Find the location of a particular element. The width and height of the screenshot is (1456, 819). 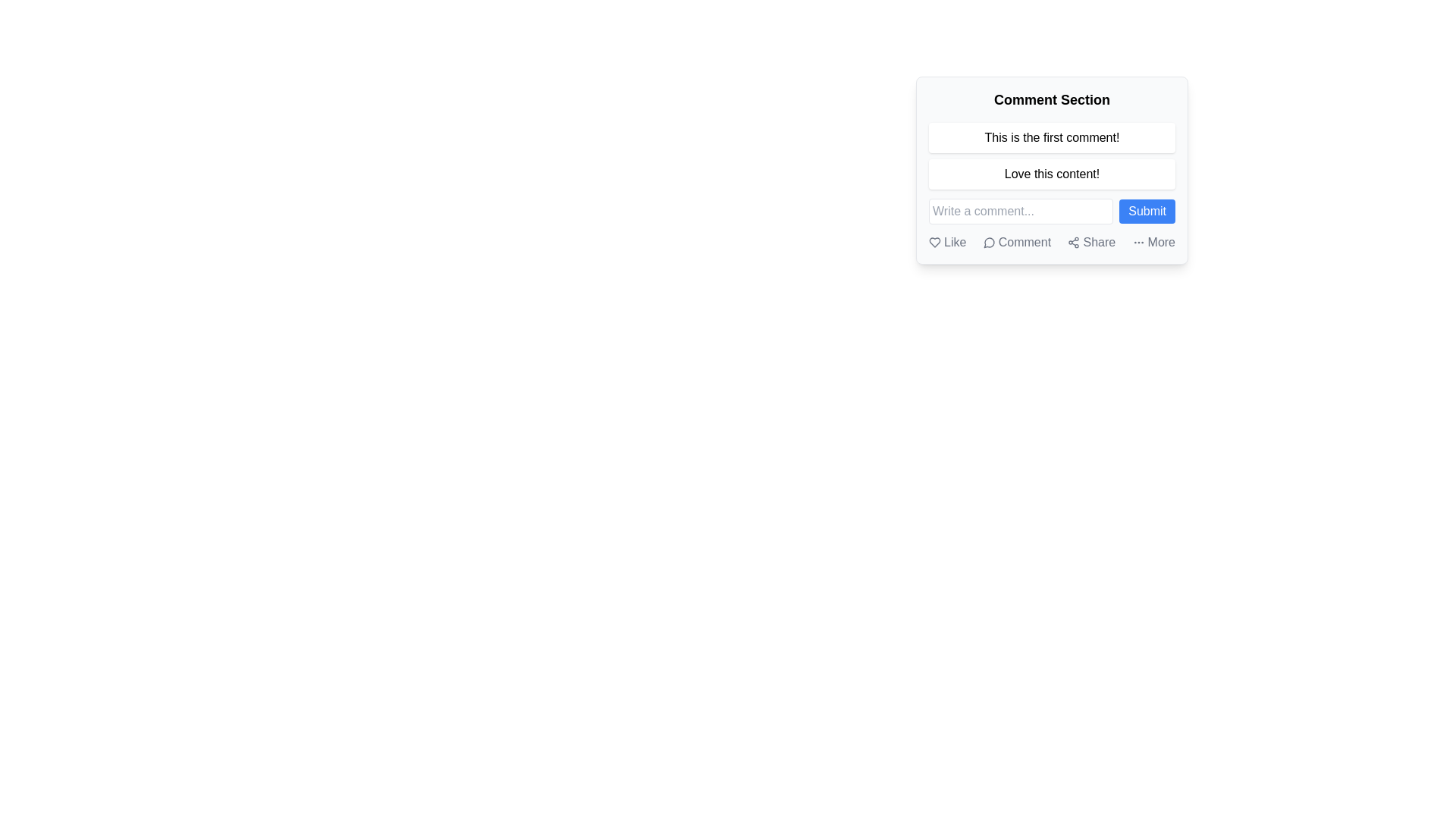

the comment icon located in the lower right corner of the comment section interface, which is part of a clickable group with the text label 'Comment' is located at coordinates (989, 242).